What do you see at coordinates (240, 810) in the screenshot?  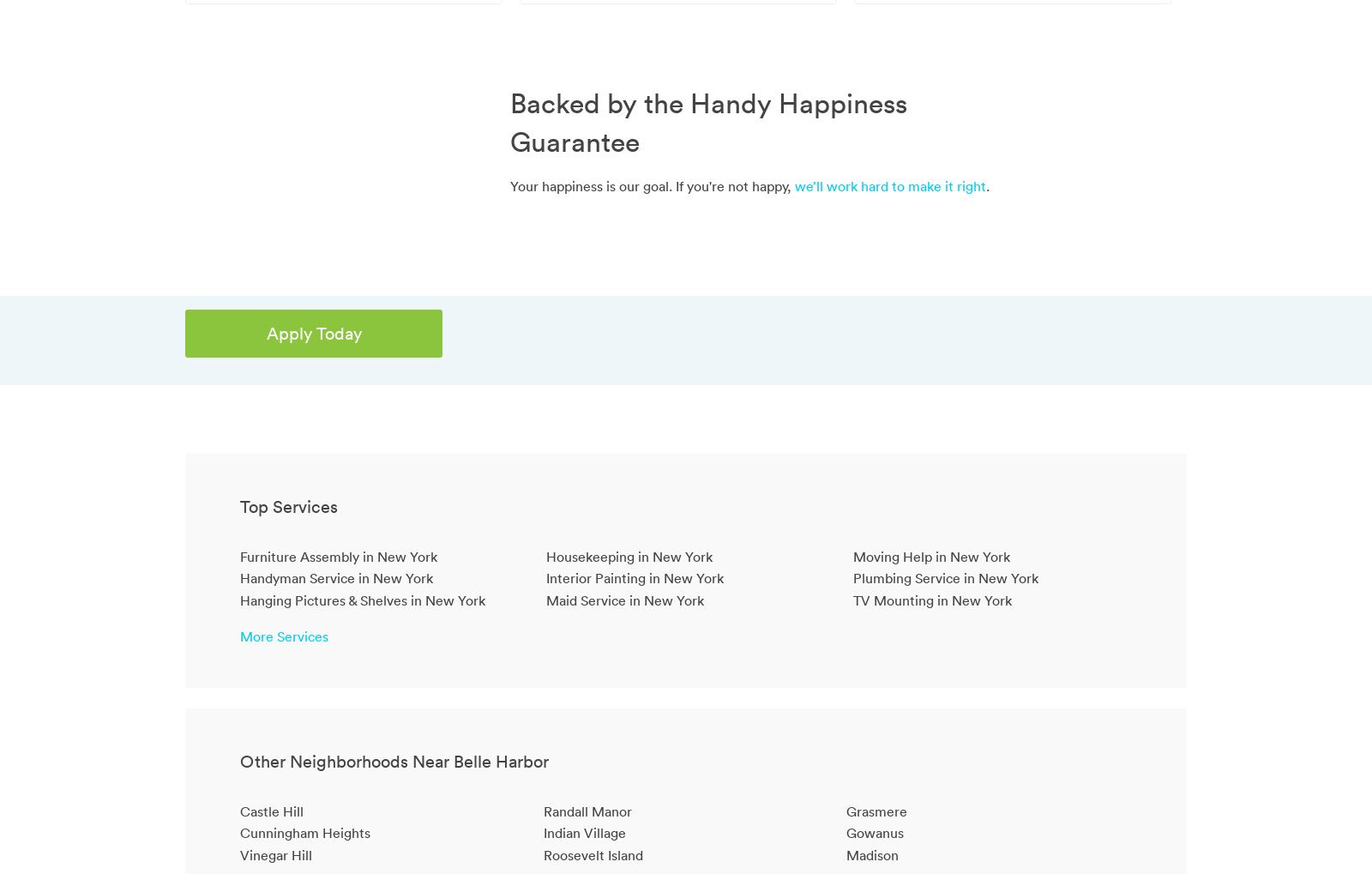 I see `'Castle Hill'` at bounding box center [240, 810].